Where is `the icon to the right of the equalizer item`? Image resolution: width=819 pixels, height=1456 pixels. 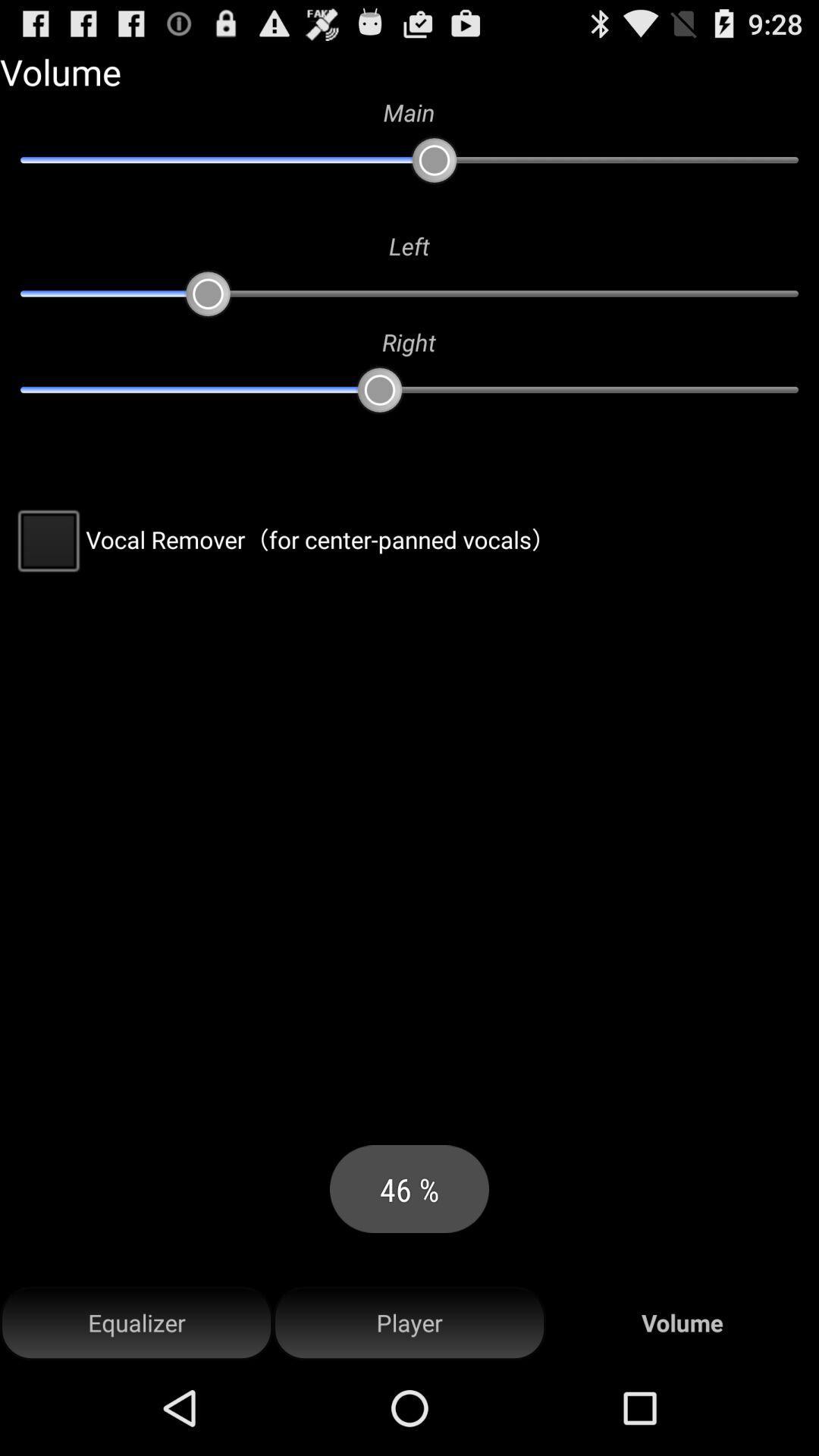 the icon to the right of the equalizer item is located at coordinates (409, 1323).